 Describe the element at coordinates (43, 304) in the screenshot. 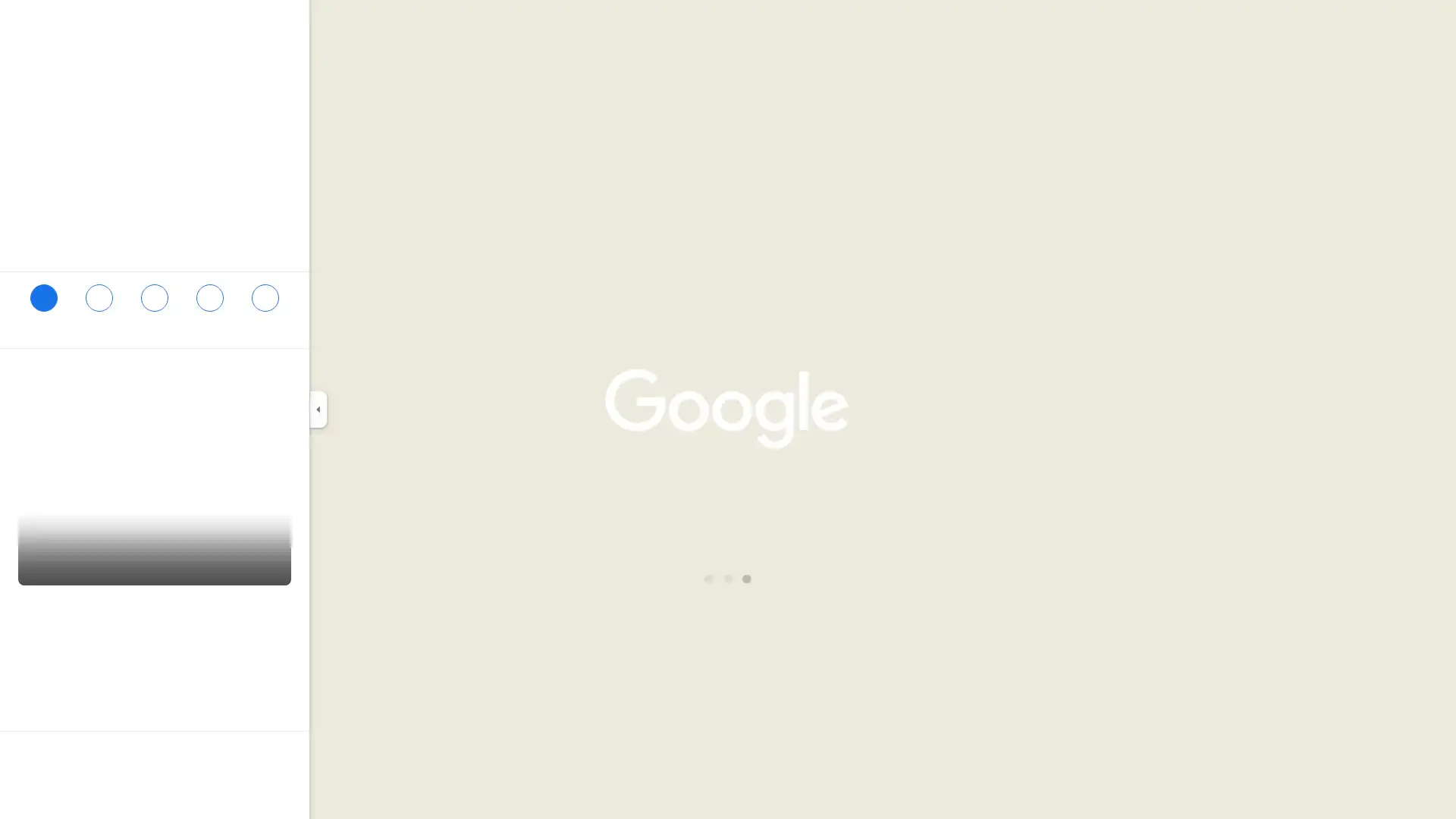

I see `Directions to Grunberger Str. 65` at that location.